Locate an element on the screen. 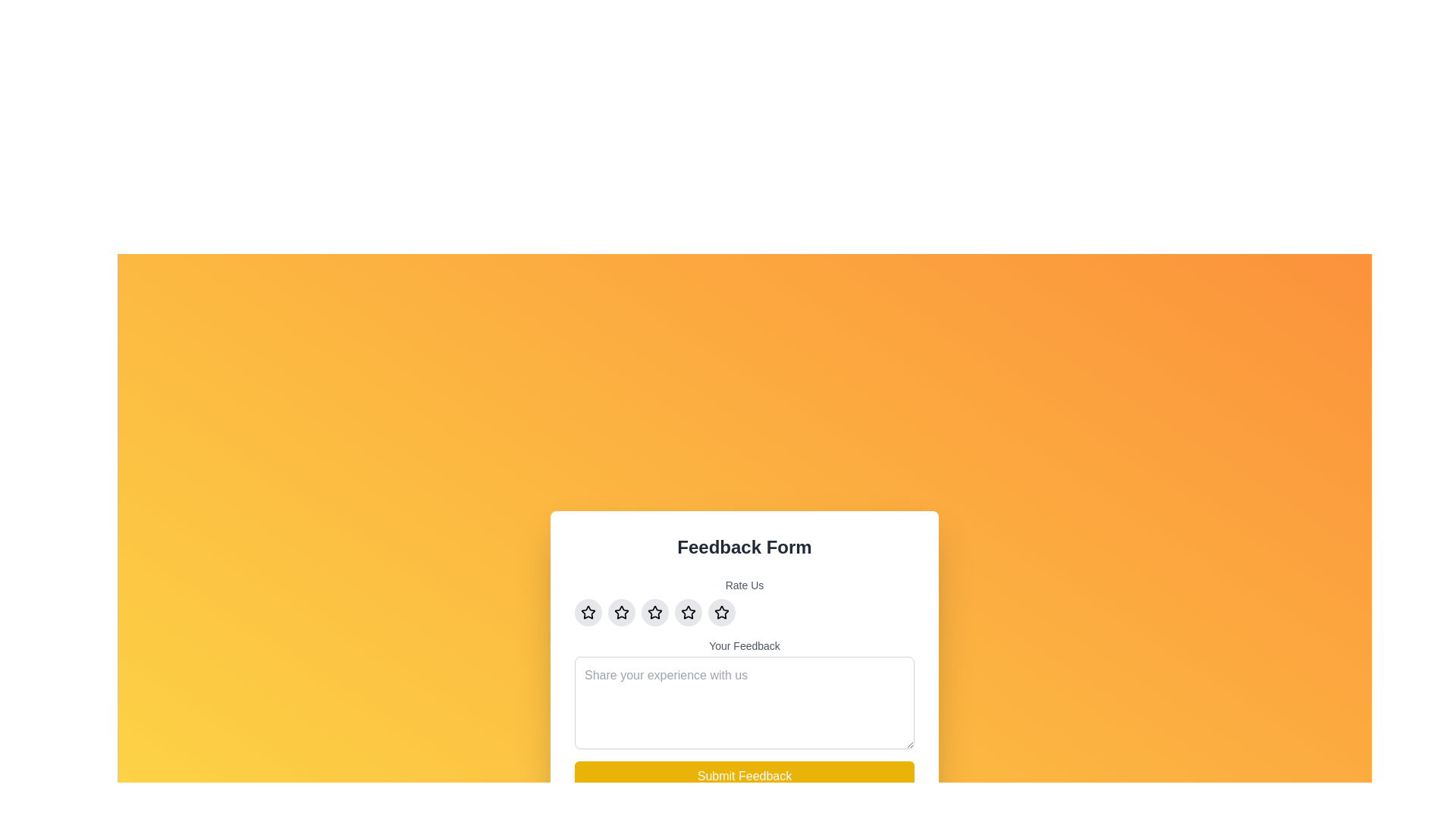  the descriptive heading text label for the star rating system, located at the top center of the feedback form, which guides the user to provide a rating is located at coordinates (745, 584).